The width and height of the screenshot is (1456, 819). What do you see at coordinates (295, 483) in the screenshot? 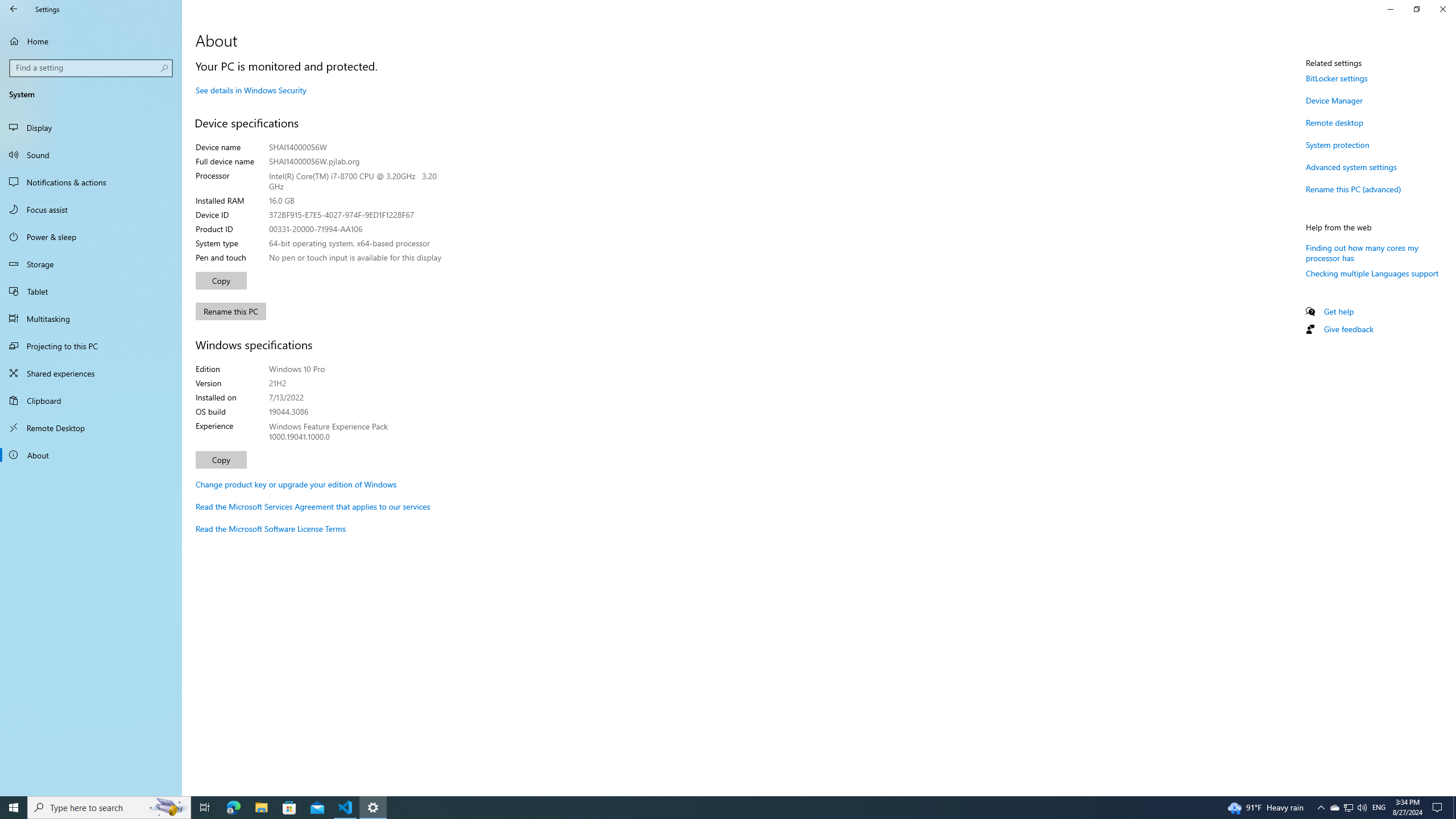
I see `'Change product key or upgrade your edition of Windows'` at bounding box center [295, 483].